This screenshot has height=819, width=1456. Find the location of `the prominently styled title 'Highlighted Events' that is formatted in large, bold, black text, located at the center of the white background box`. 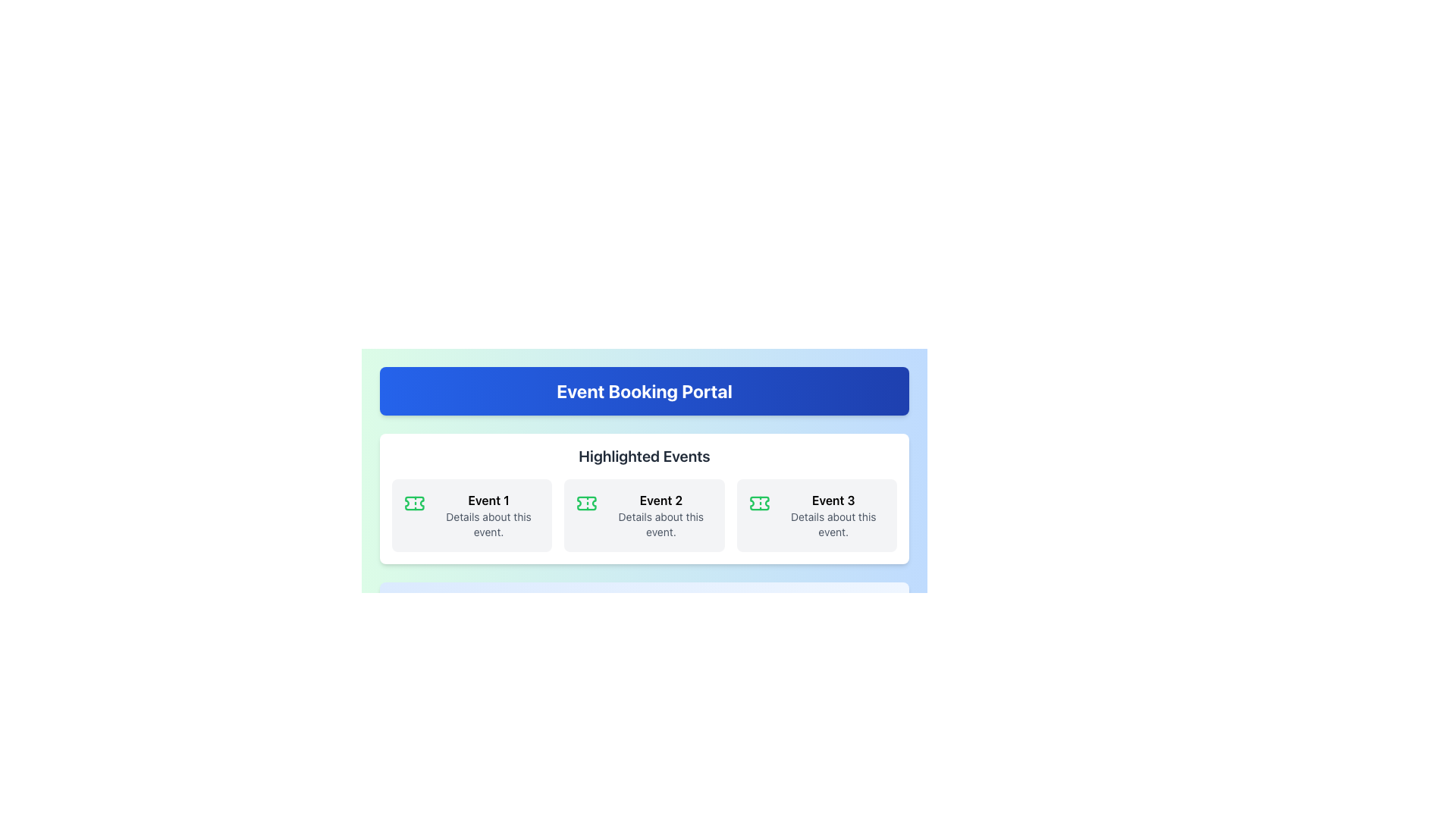

the prominently styled title 'Highlighted Events' that is formatted in large, bold, black text, located at the center of the white background box is located at coordinates (644, 461).